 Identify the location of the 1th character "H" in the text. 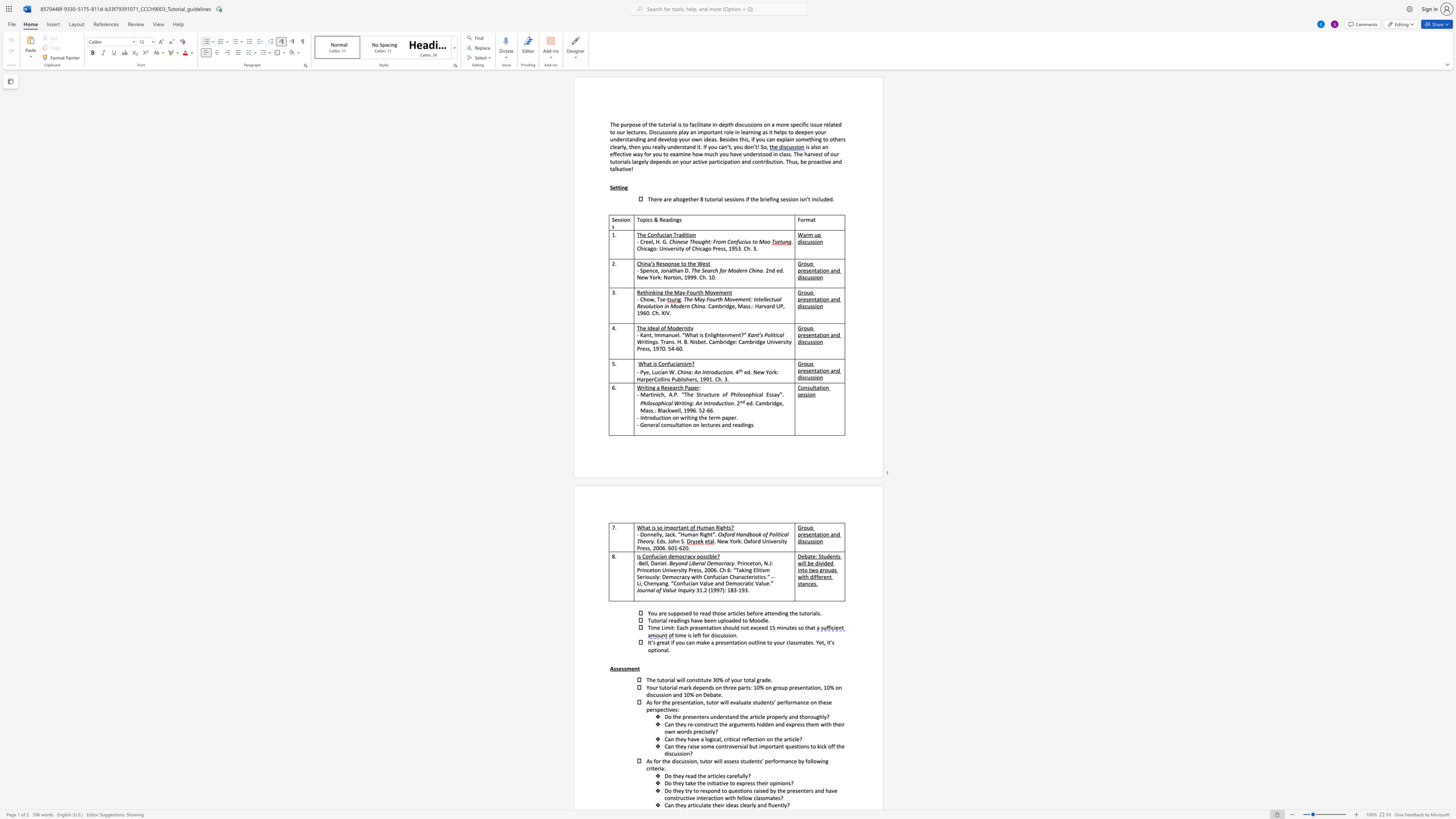
(657, 241).